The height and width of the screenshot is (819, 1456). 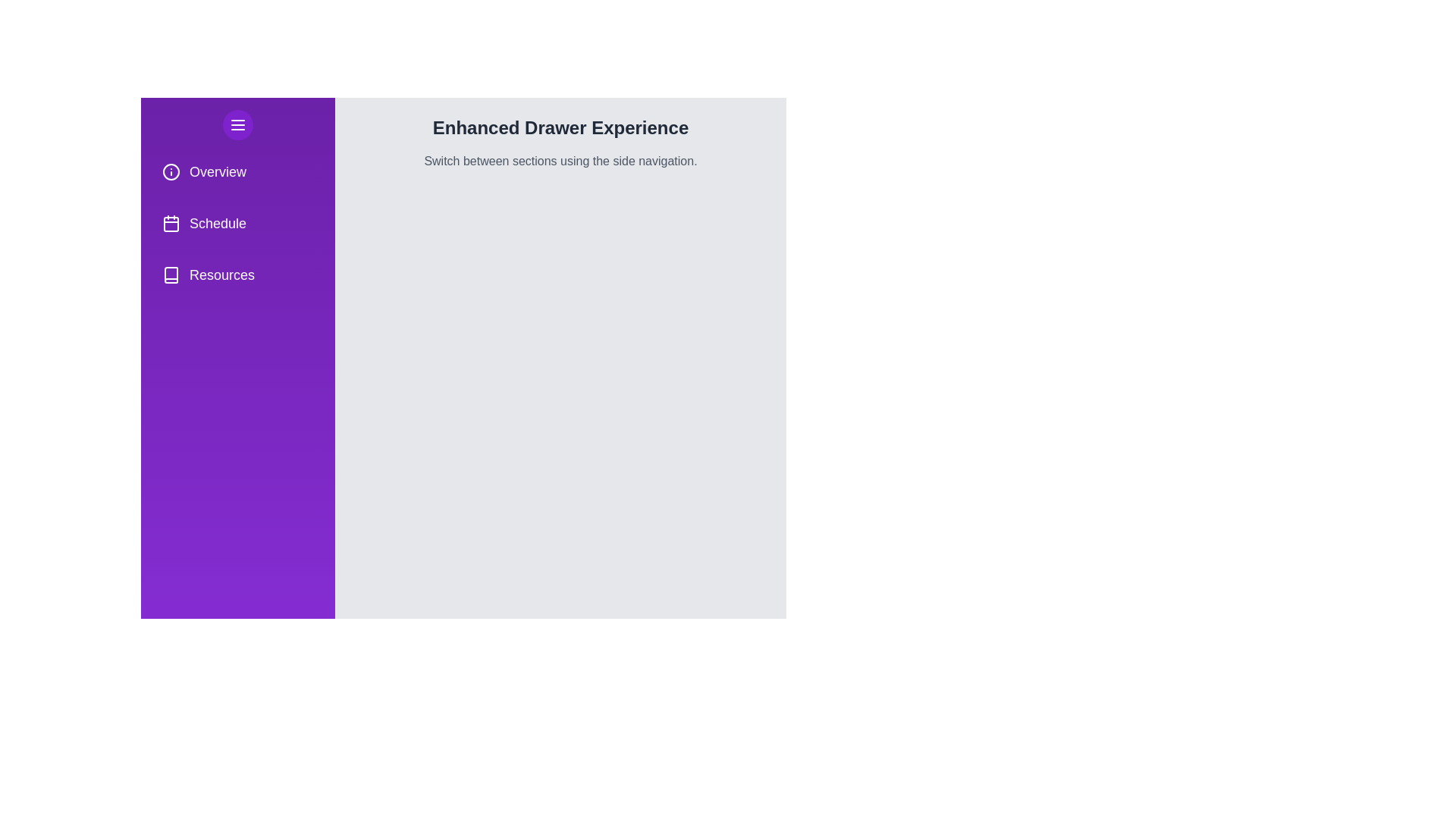 What do you see at coordinates (237, 275) in the screenshot?
I see `the navigation menu item Resources` at bounding box center [237, 275].